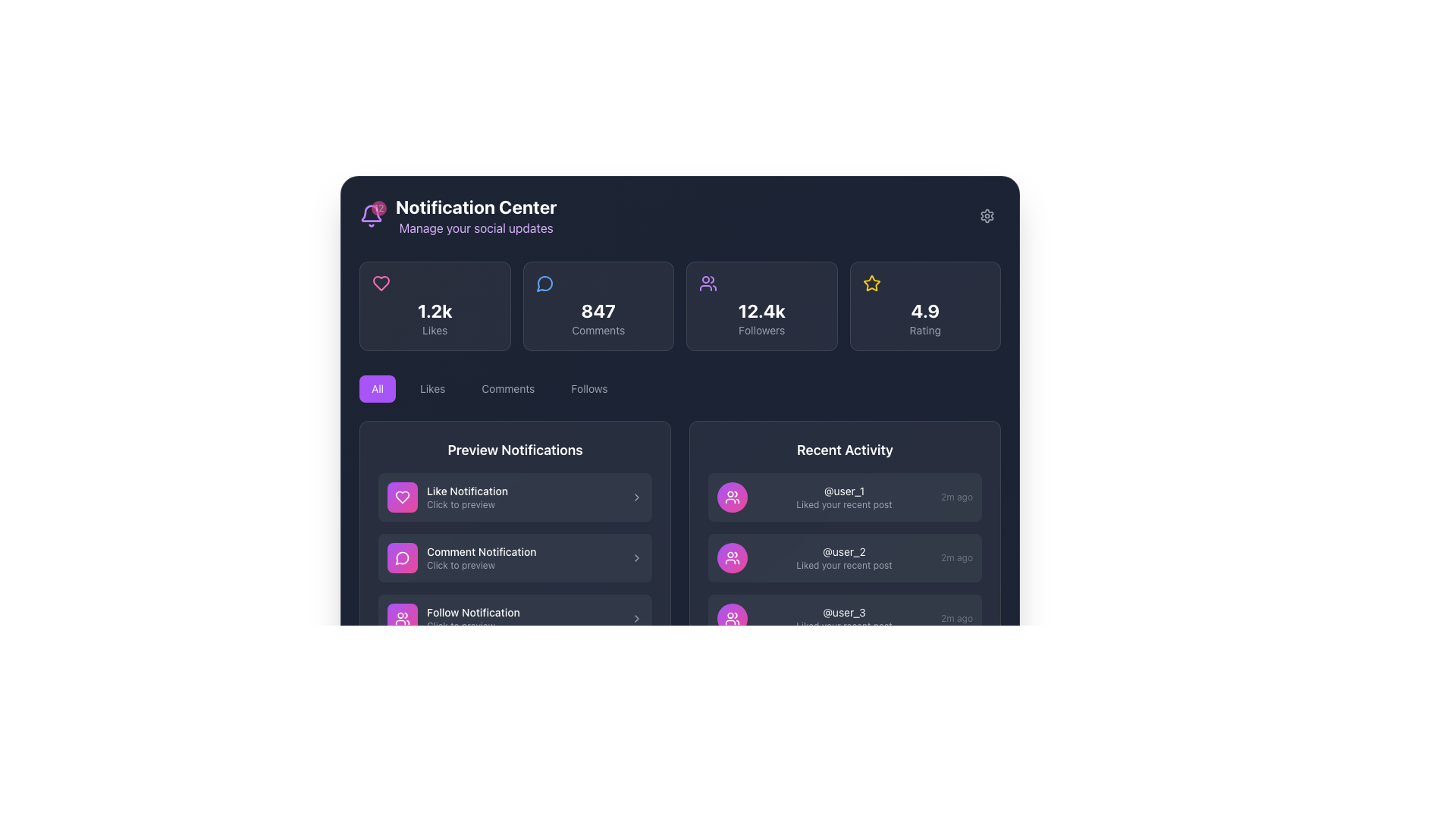 The height and width of the screenshot is (819, 1456). What do you see at coordinates (412, 775) in the screenshot?
I see `the button labeled 'Clear All Notifications' which is styled to change color on hover, located in the footer area of the notification panel towards the left side` at bounding box center [412, 775].